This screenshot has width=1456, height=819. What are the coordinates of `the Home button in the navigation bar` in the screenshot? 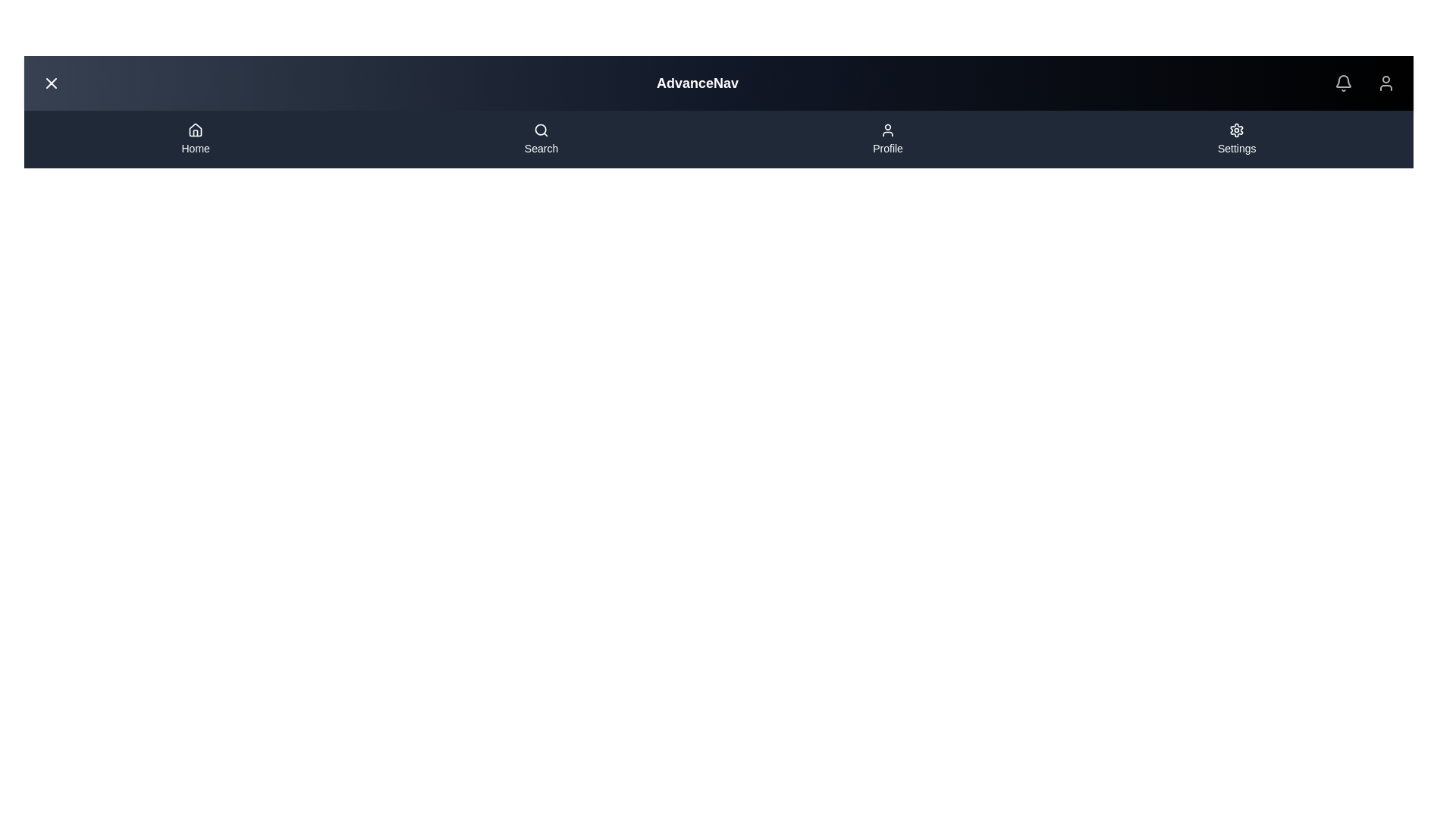 It's located at (195, 140).